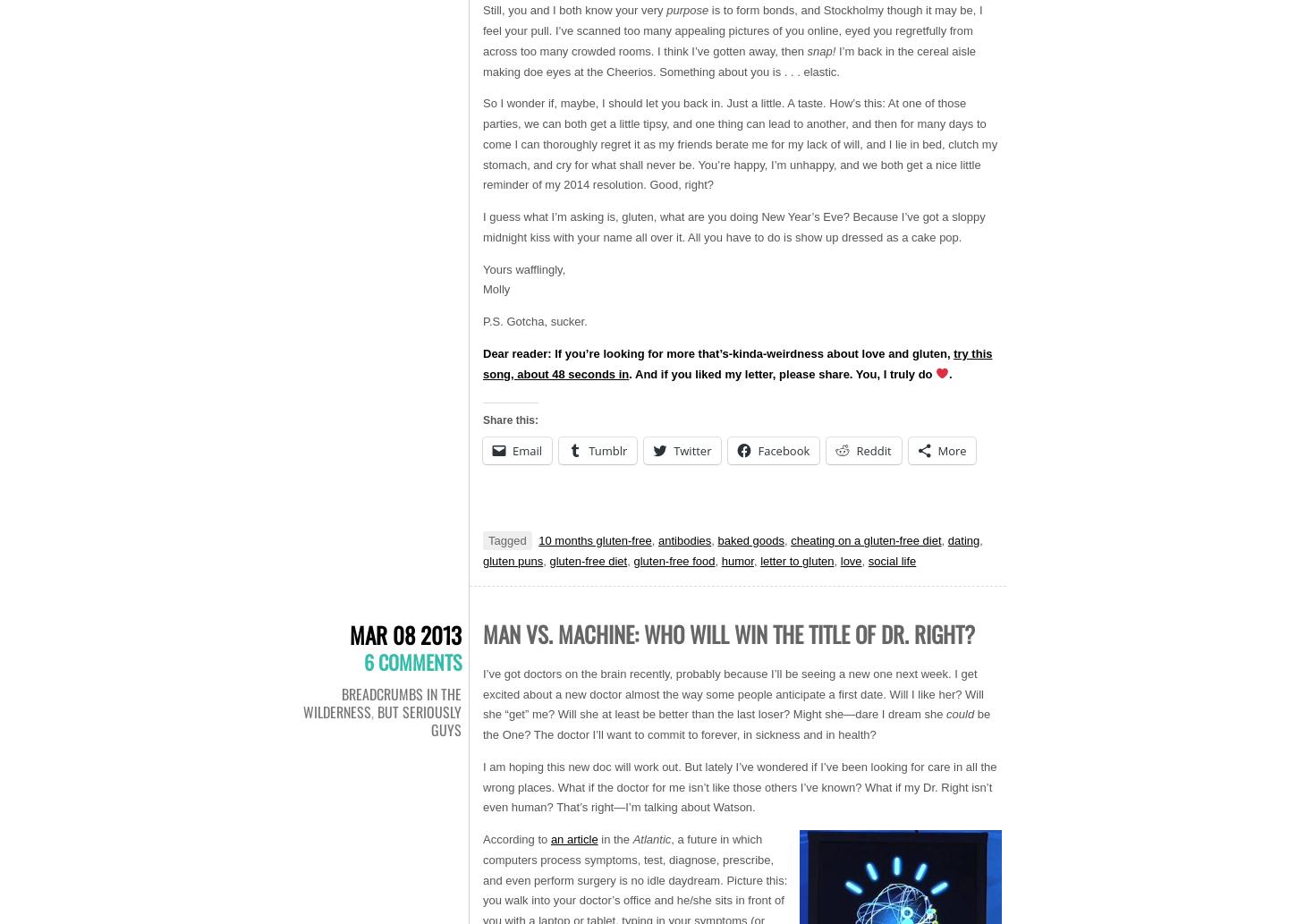 The height and width of the screenshot is (924, 1297). Describe the element at coordinates (757, 451) in the screenshot. I see `'Facebook'` at that location.